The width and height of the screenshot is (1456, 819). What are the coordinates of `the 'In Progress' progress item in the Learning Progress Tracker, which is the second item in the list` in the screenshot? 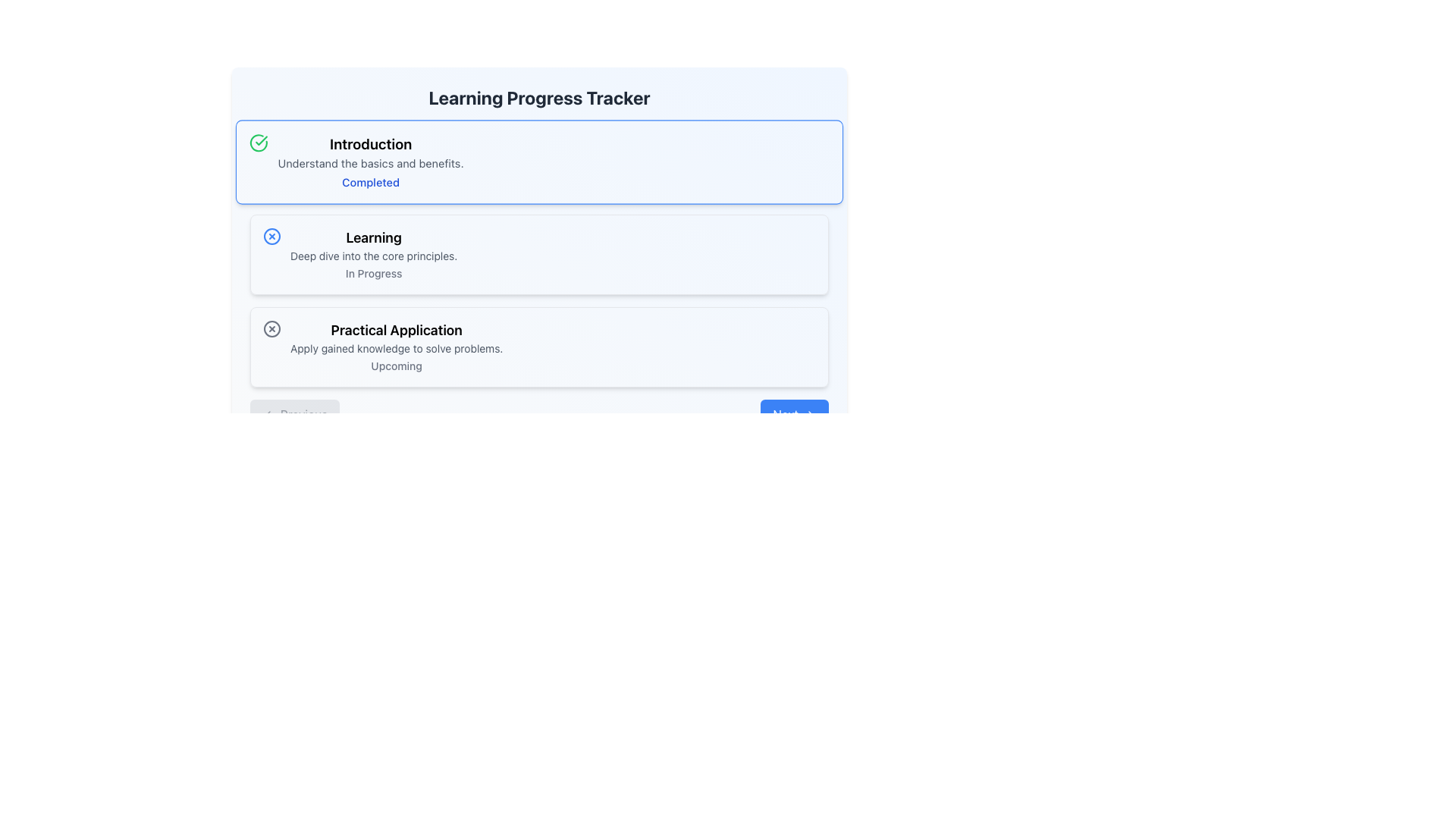 It's located at (539, 256).